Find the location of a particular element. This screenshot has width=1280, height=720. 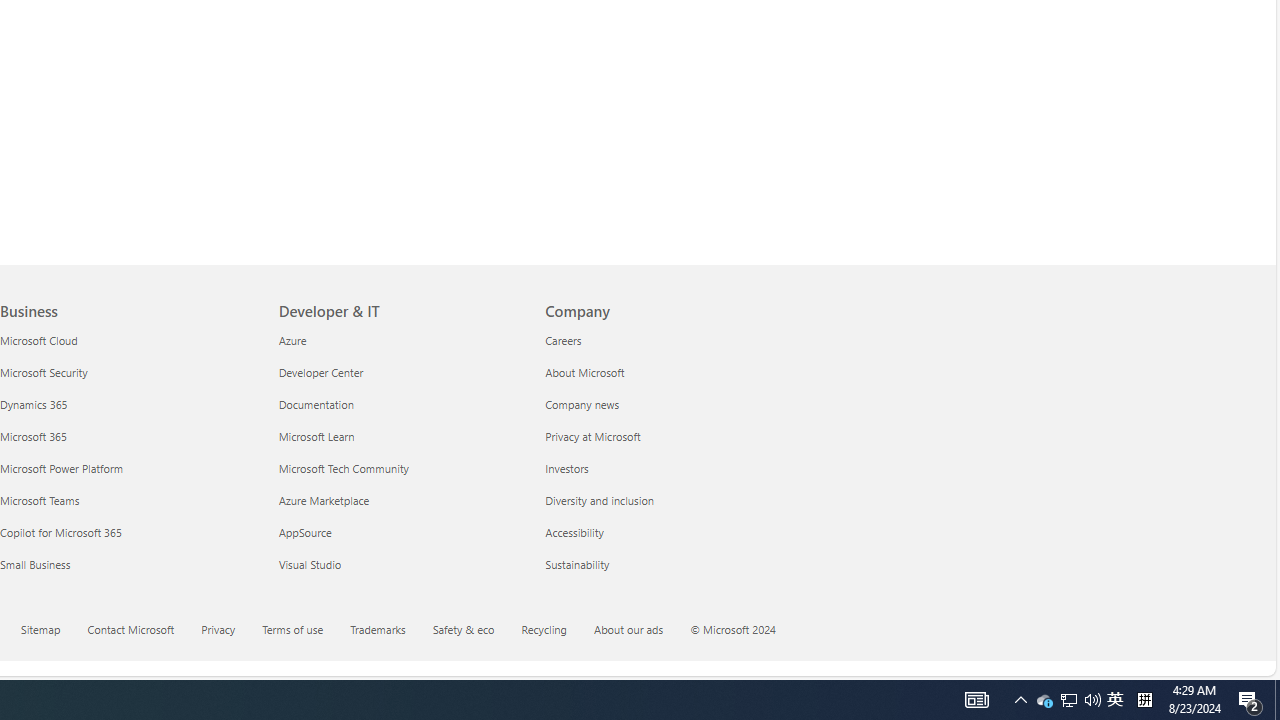

'AppSource Developer & IT' is located at coordinates (303, 531).